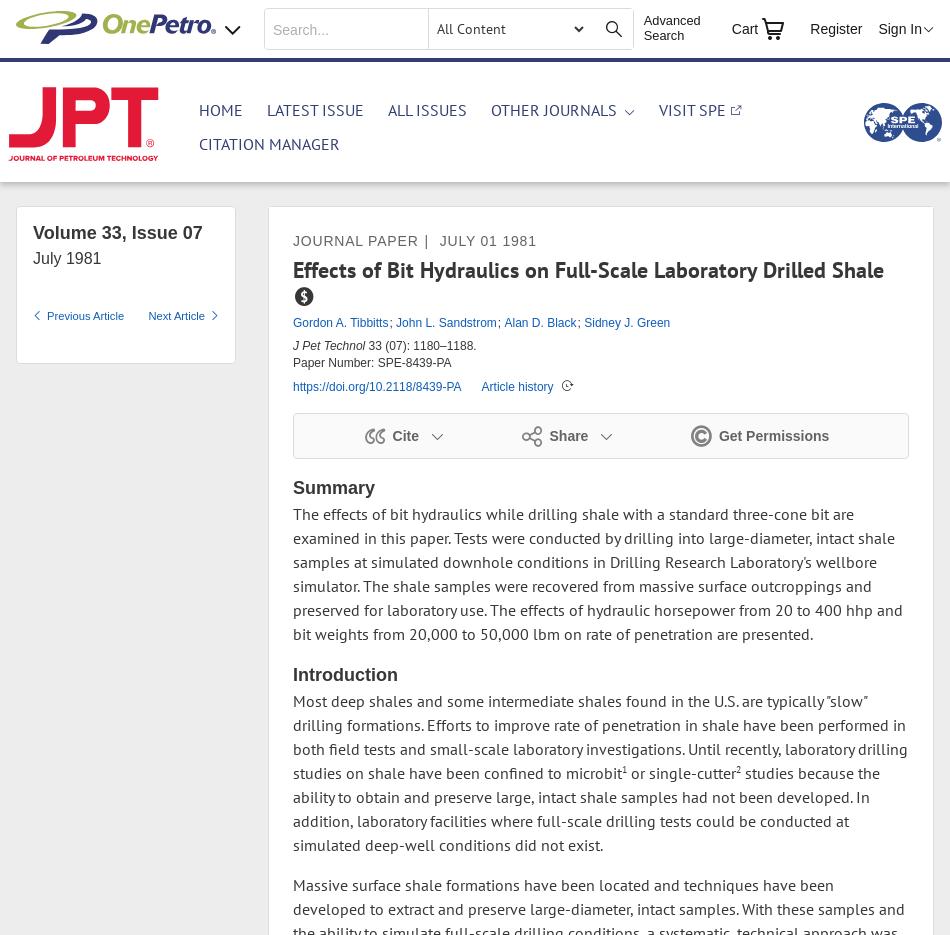 This screenshot has height=935, width=950. What do you see at coordinates (627, 323) in the screenshot?
I see `'Sidney J. Green'` at bounding box center [627, 323].